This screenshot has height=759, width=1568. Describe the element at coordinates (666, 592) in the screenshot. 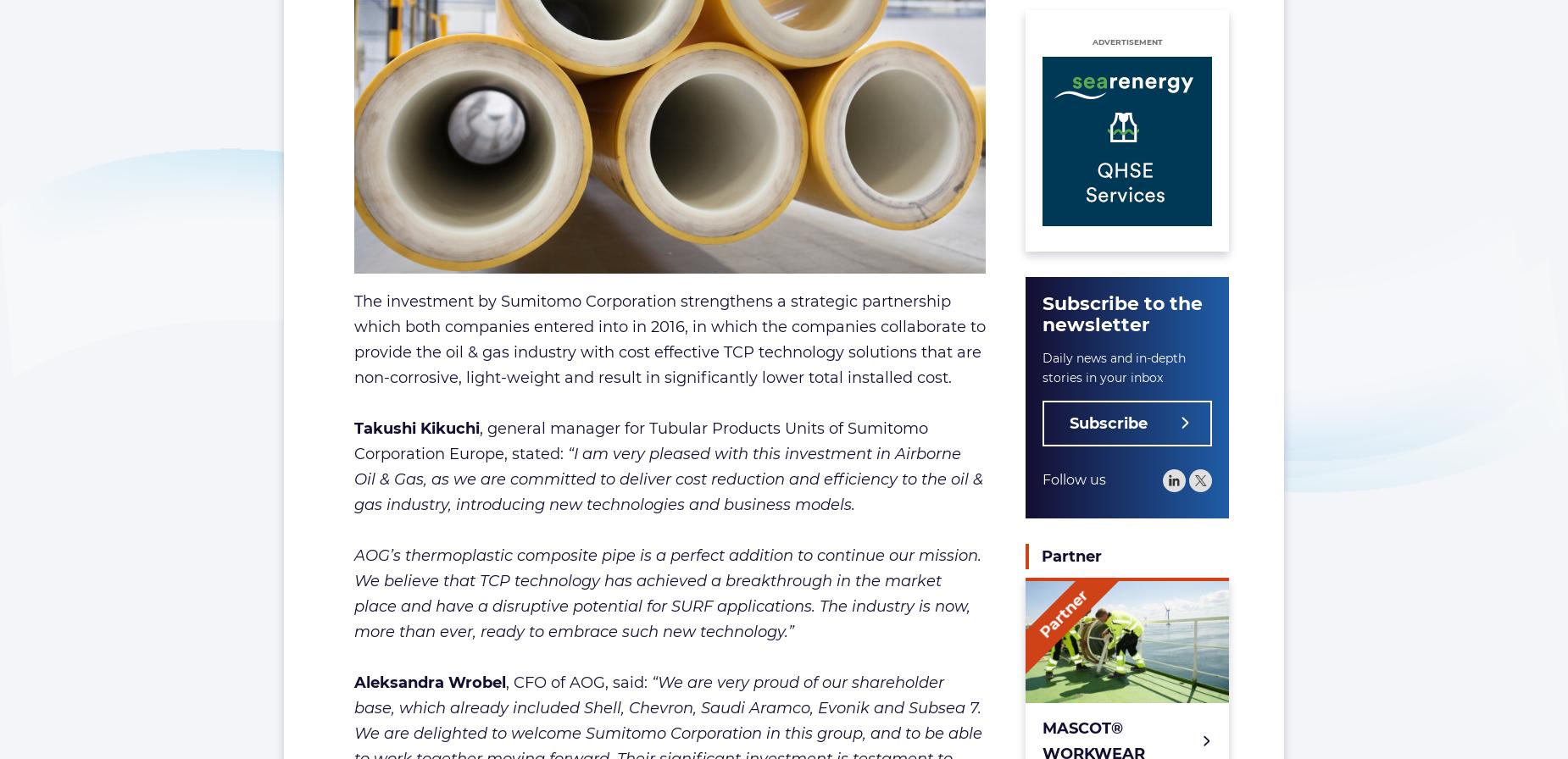

I see `'AOG’s thermoplastic composite pipe is a perfect addition to continue our mission. We believe that TCP technology has achieved a breakthrough in the market place and have a disruptive potential for SURF applications. The industry is now, more than ever, ready to embrace such new technology.”'` at that location.